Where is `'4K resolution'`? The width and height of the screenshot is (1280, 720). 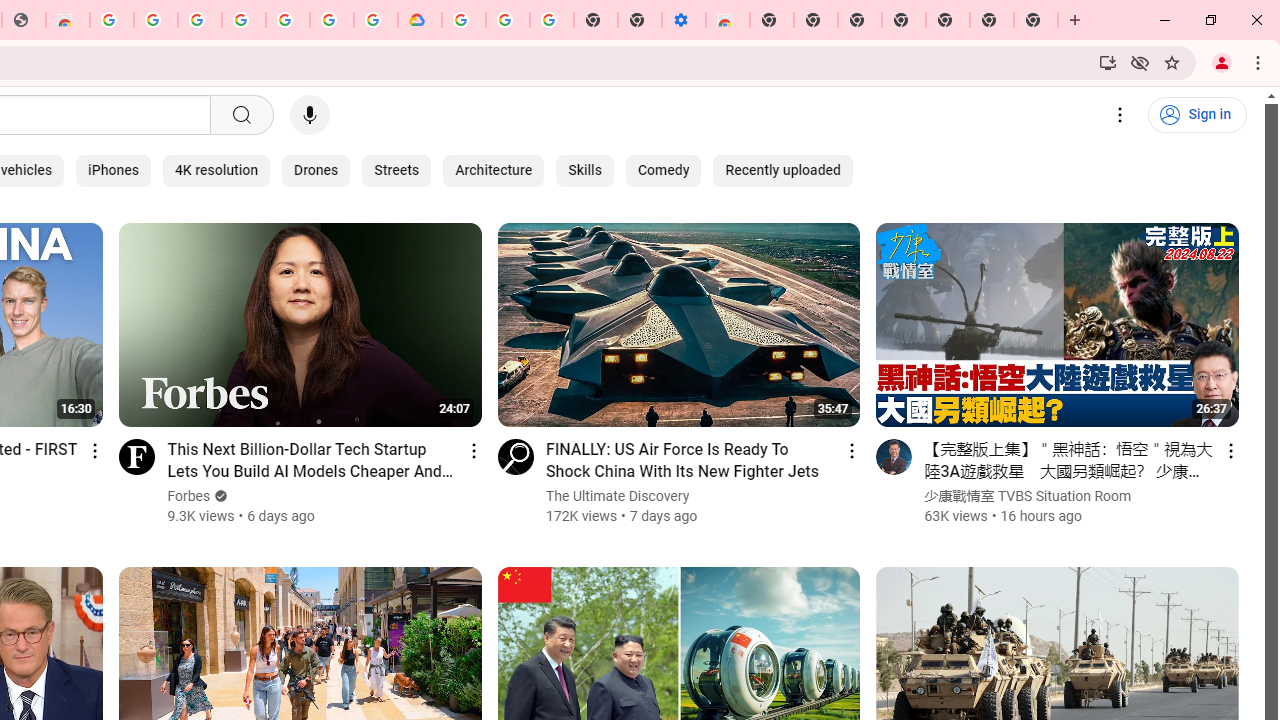 '4K resolution' is located at coordinates (216, 170).